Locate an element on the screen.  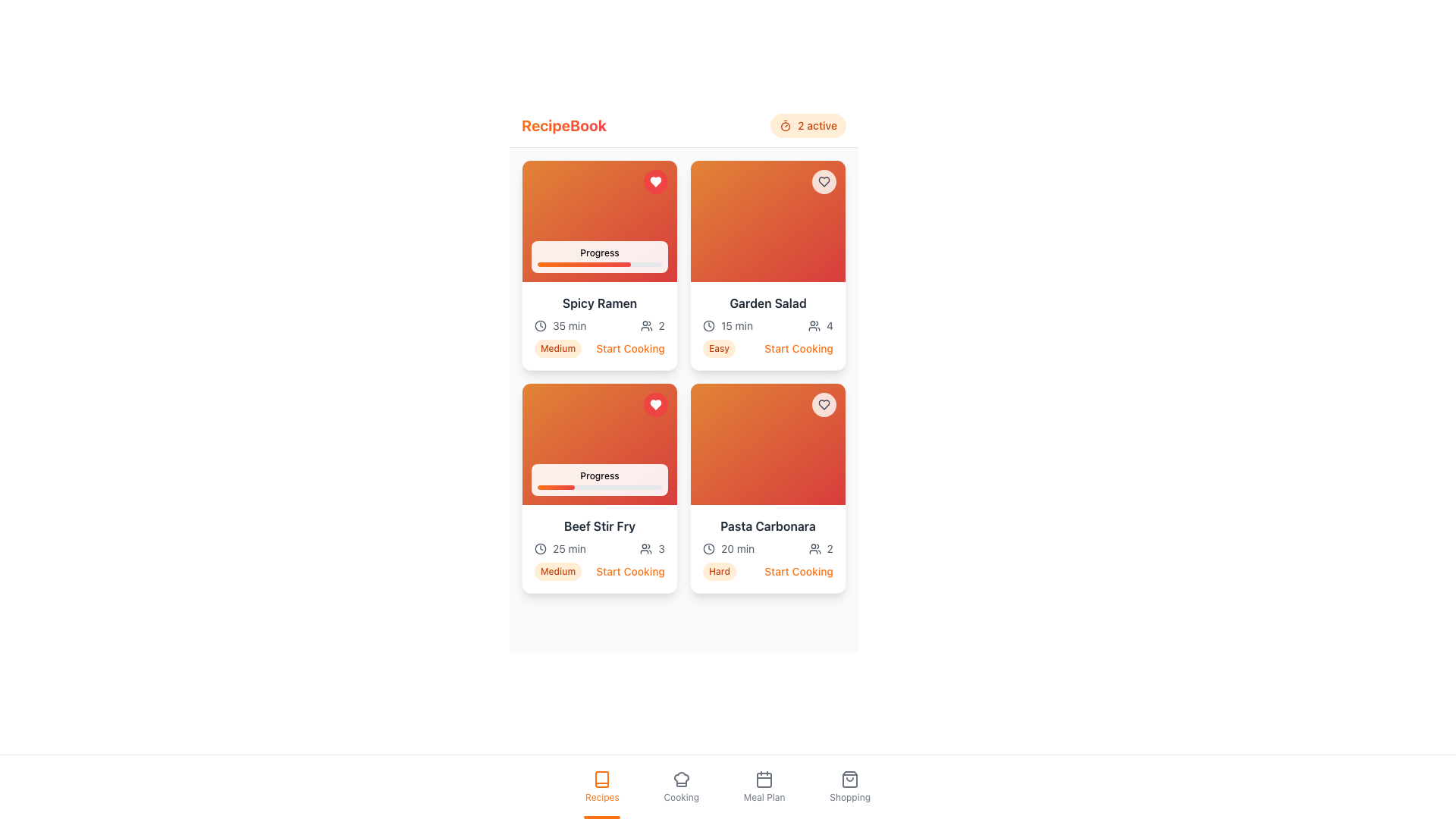
the icon representing a group of users, which is styled as a pair of overlapping silhouettes and positioned to the left of the number '2' text is located at coordinates (814, 549).